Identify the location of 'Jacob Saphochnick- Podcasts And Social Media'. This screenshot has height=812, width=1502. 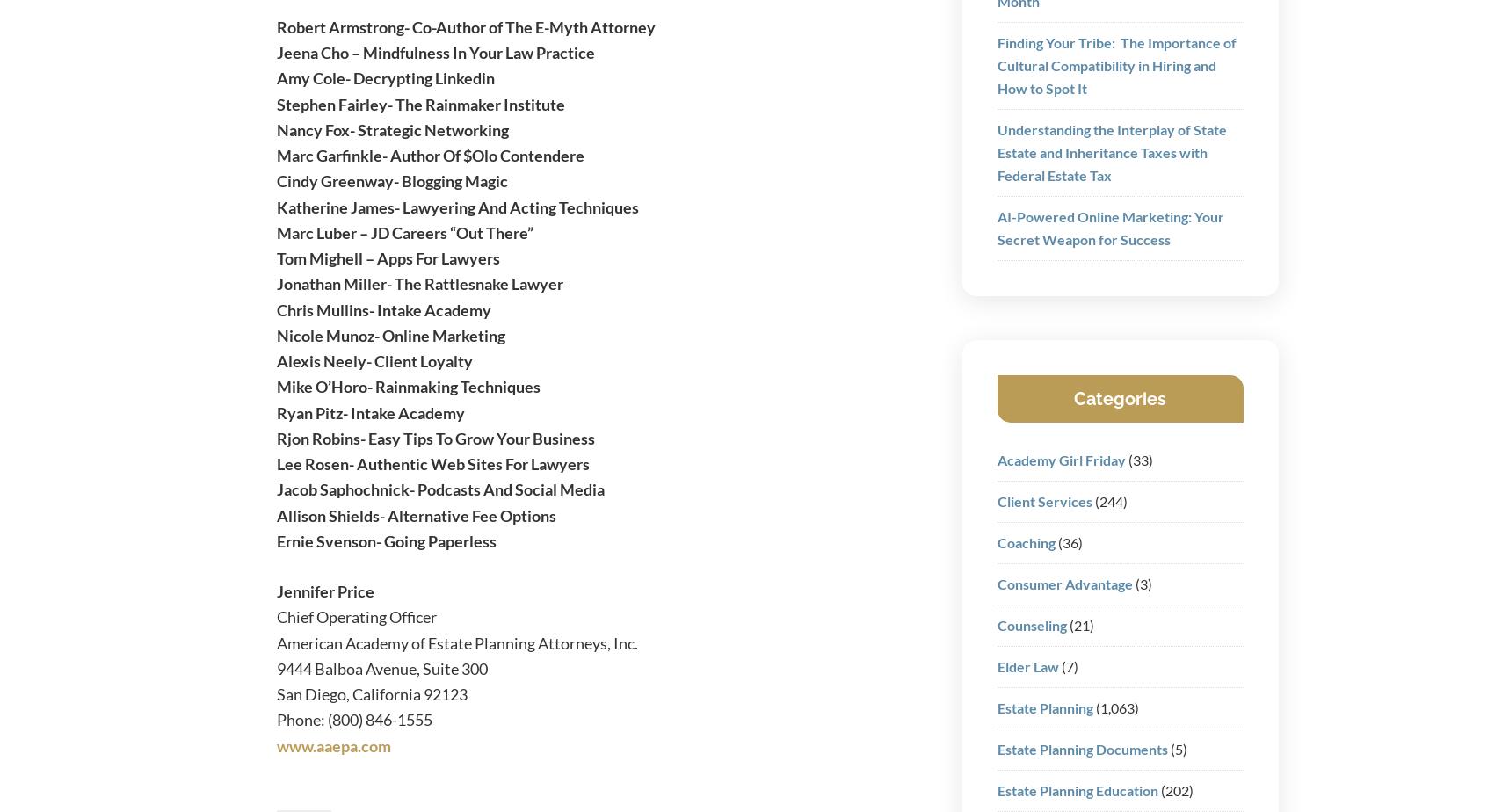
(274, 489).